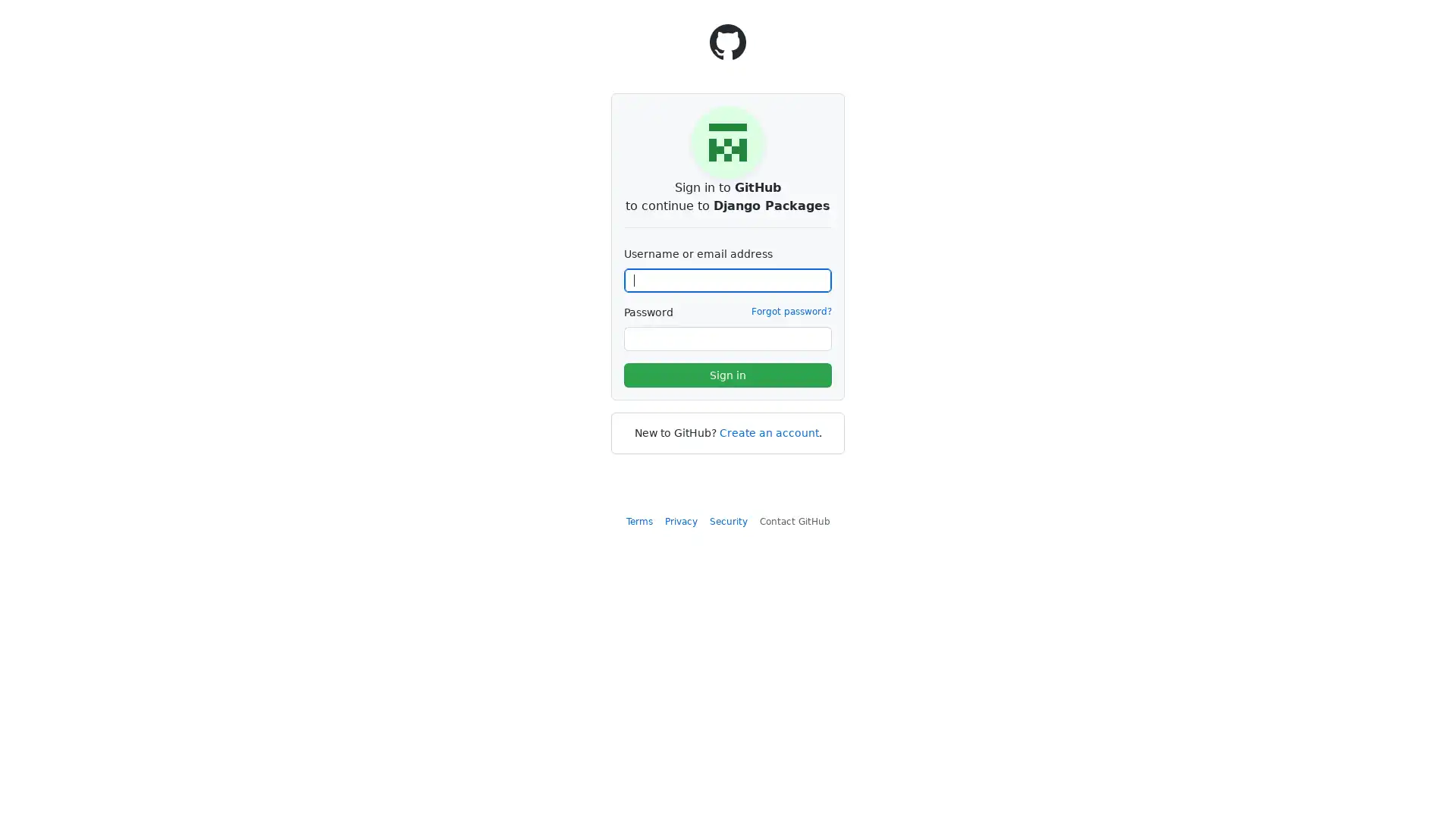 The image size is (1456, 819). Describe the element at coordinates (728, 375) in the screenshot. I see `Sign in` at that location.